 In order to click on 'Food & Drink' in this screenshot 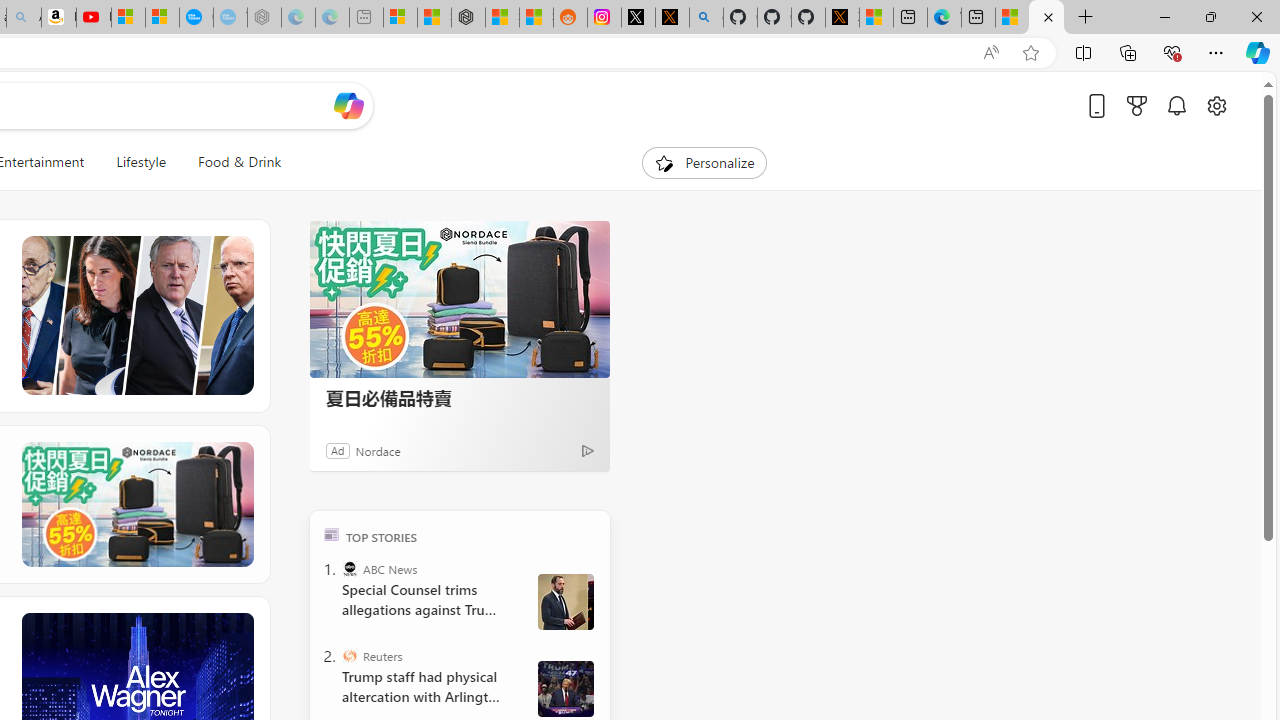, I will do `click(231, 162)`.